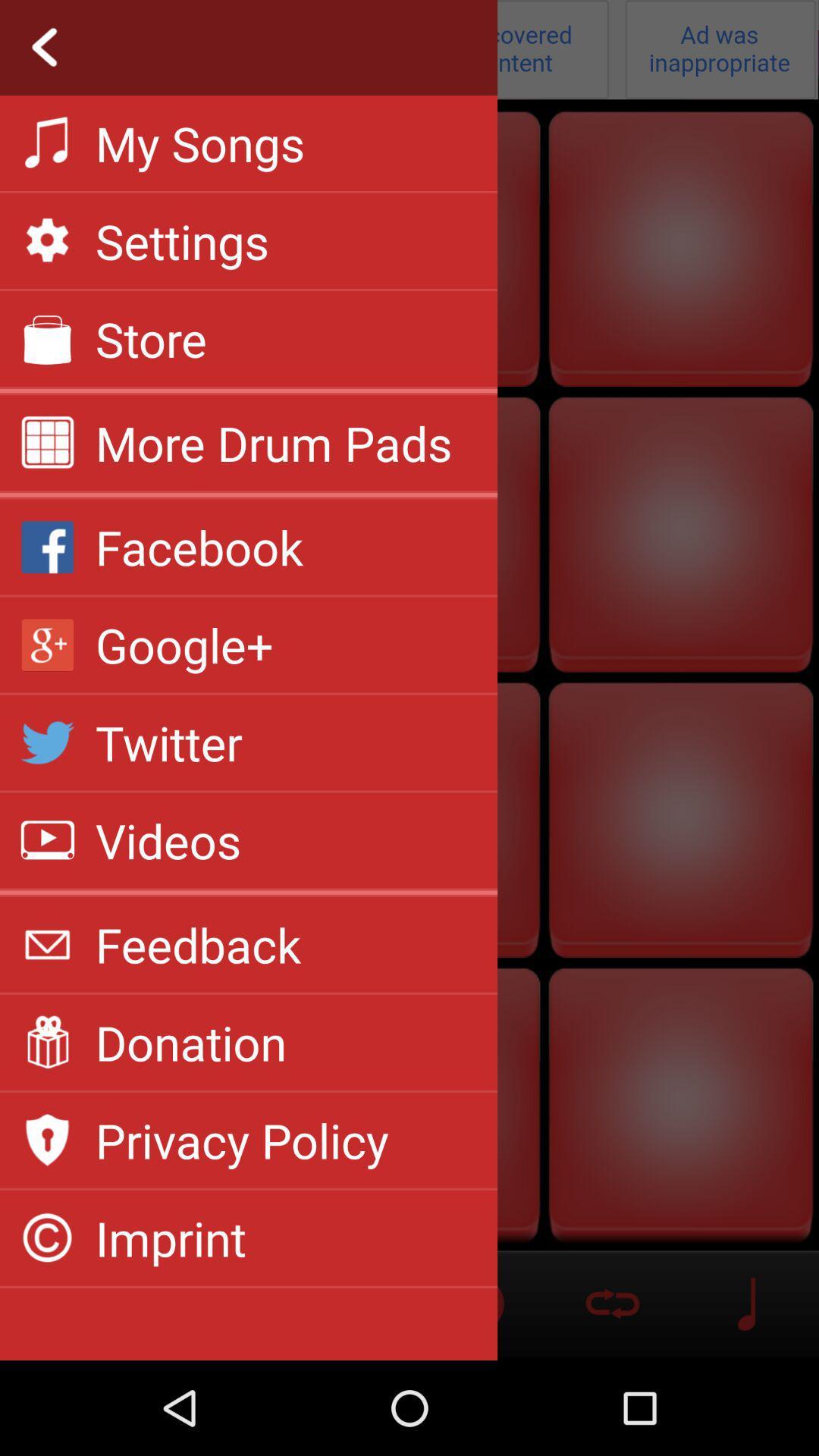 The image size is (819, 1456). Describe the element at coordinates (168, 839) in the screenshot. I see `videos icon` at that location.